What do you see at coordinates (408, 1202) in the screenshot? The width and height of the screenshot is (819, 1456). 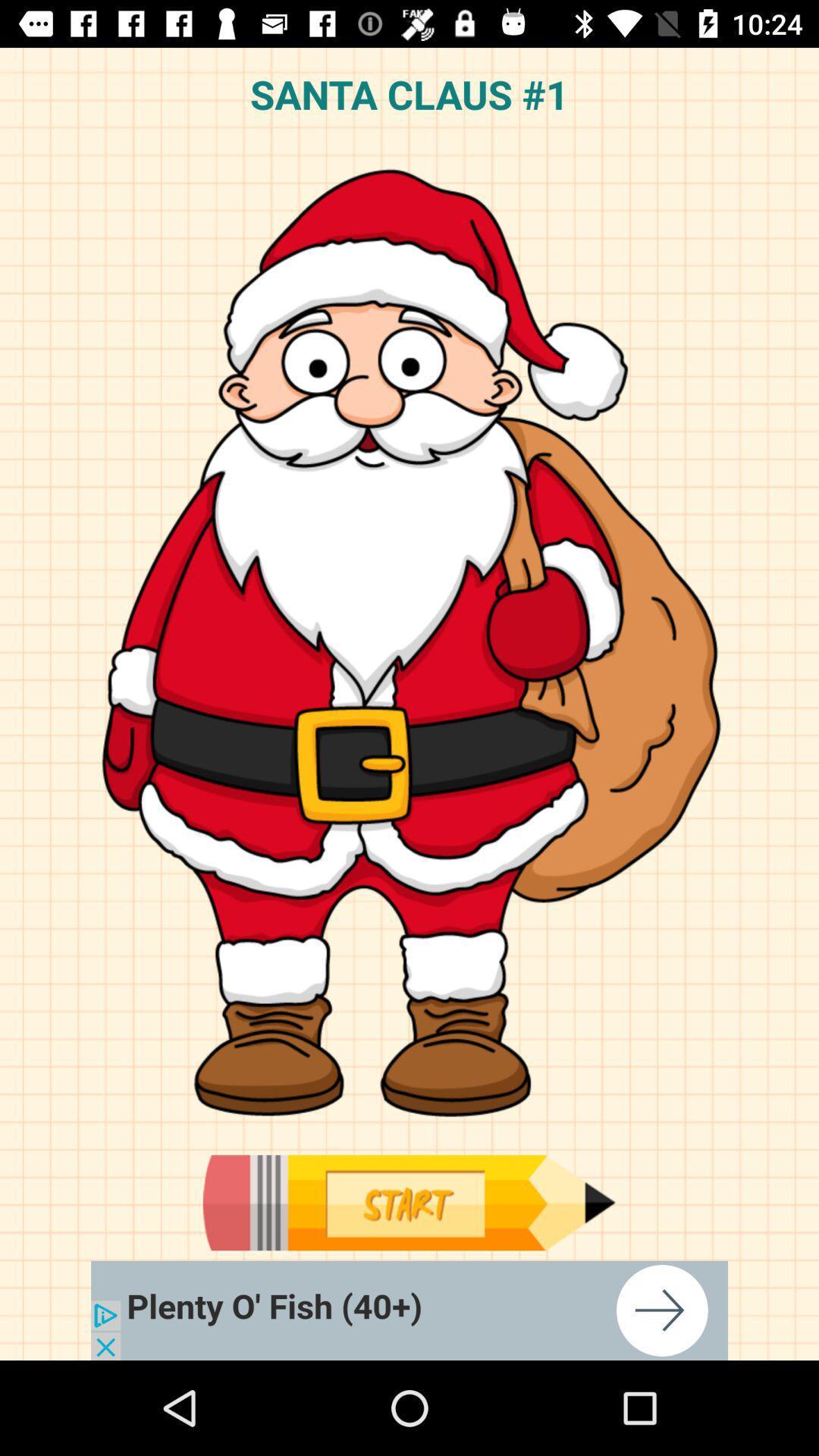 I see `start game button` at bounding box center [408, 1202].